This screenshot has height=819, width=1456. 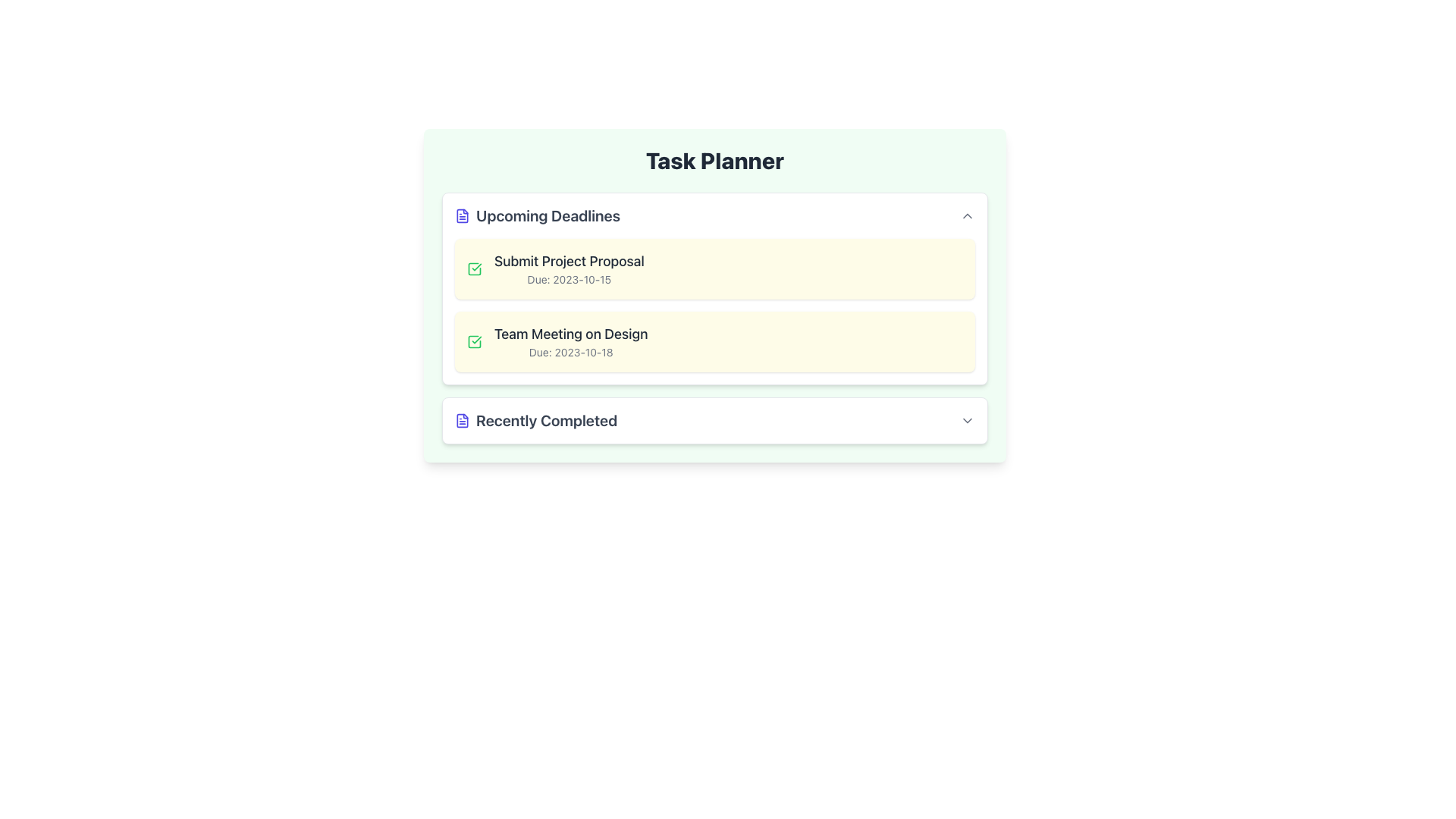 What do you see at coordinates (461, 216) in the screenshot?
I see `the document icon with a blue-purple color located to the left of the 'Upcoming Deadlines' heading` at bounding box center [461, 216].